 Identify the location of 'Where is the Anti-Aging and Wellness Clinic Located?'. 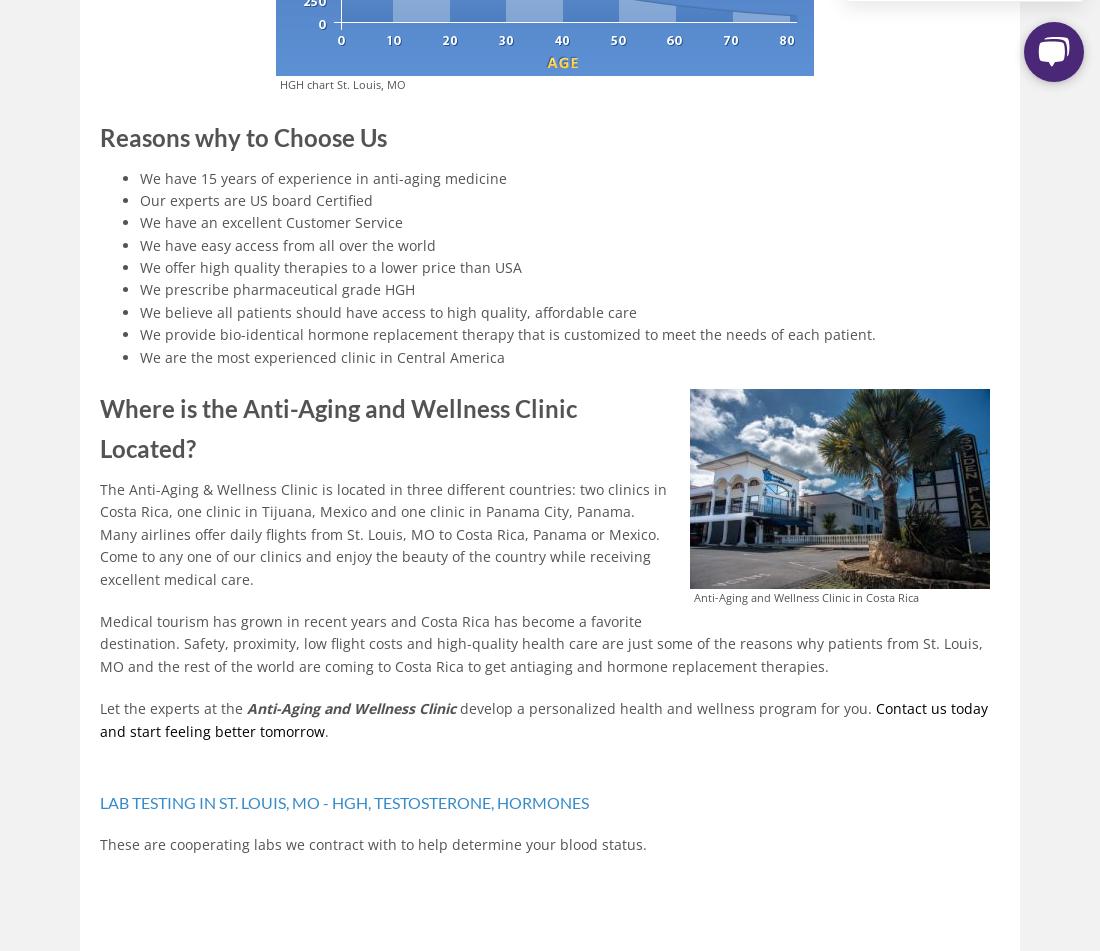
(337, 428).